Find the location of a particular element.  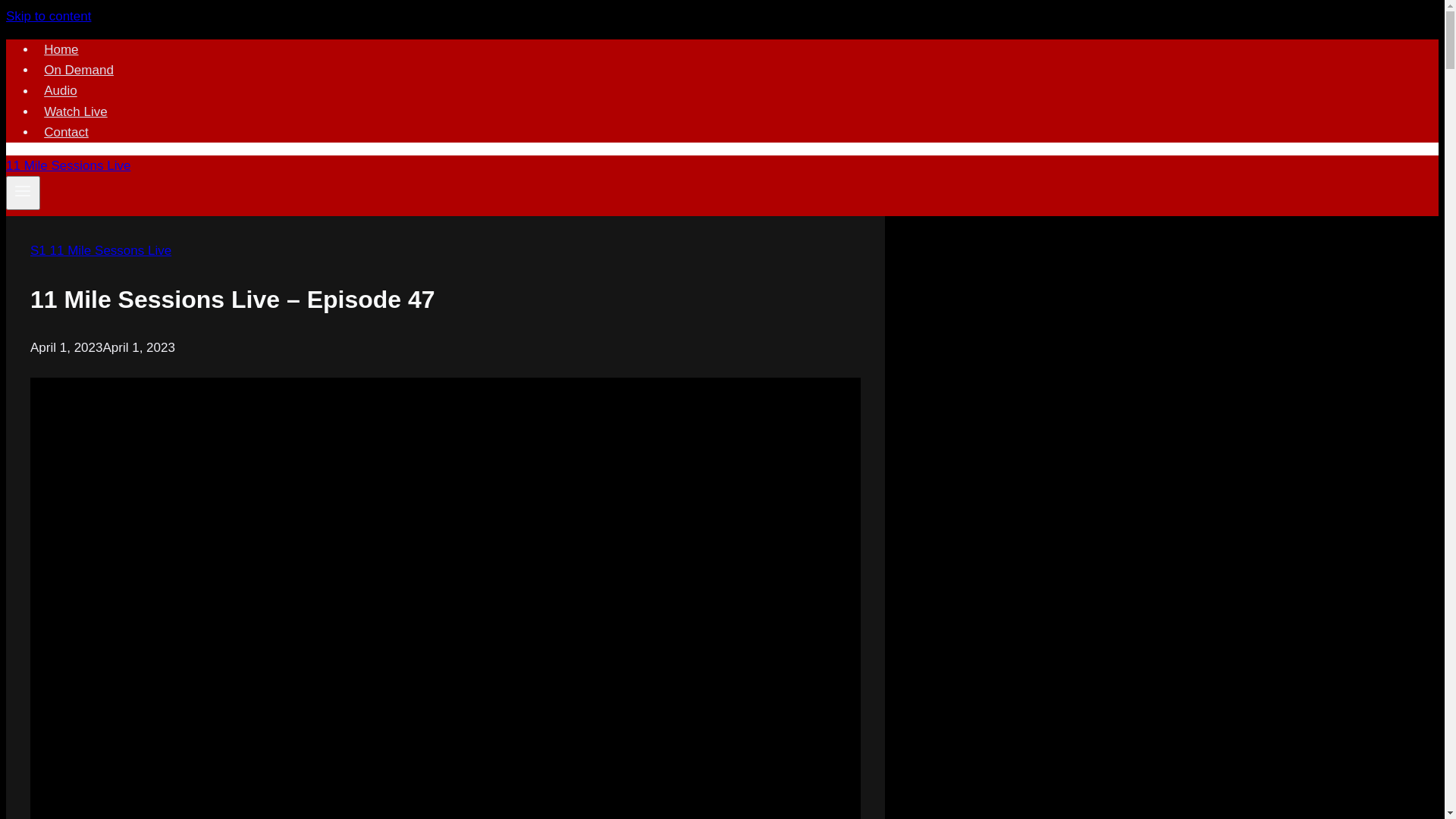

'Contact' is located at coordinates (65, 131).